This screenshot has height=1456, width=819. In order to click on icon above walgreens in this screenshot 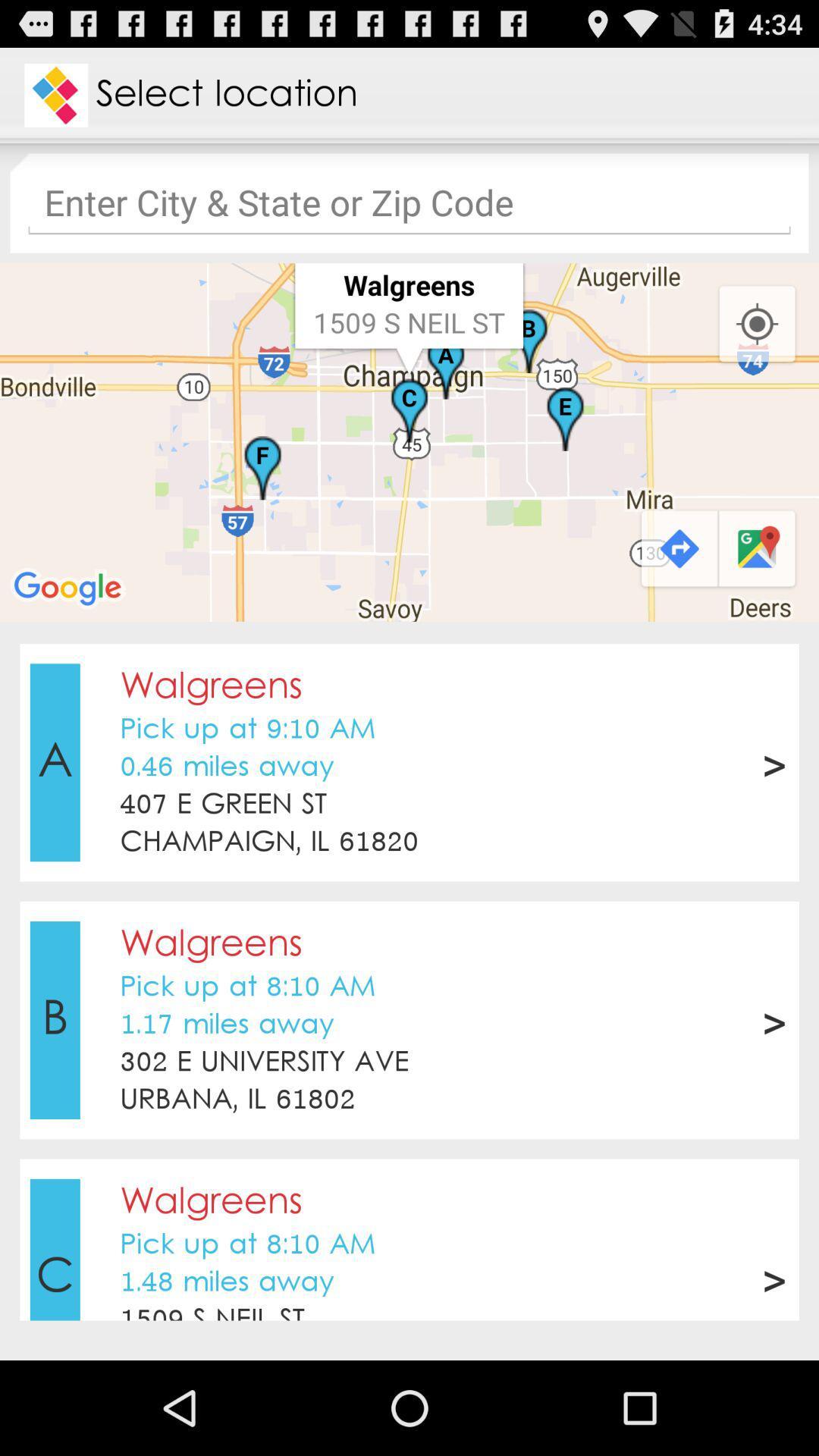, I will do `click(409, 1129)`.